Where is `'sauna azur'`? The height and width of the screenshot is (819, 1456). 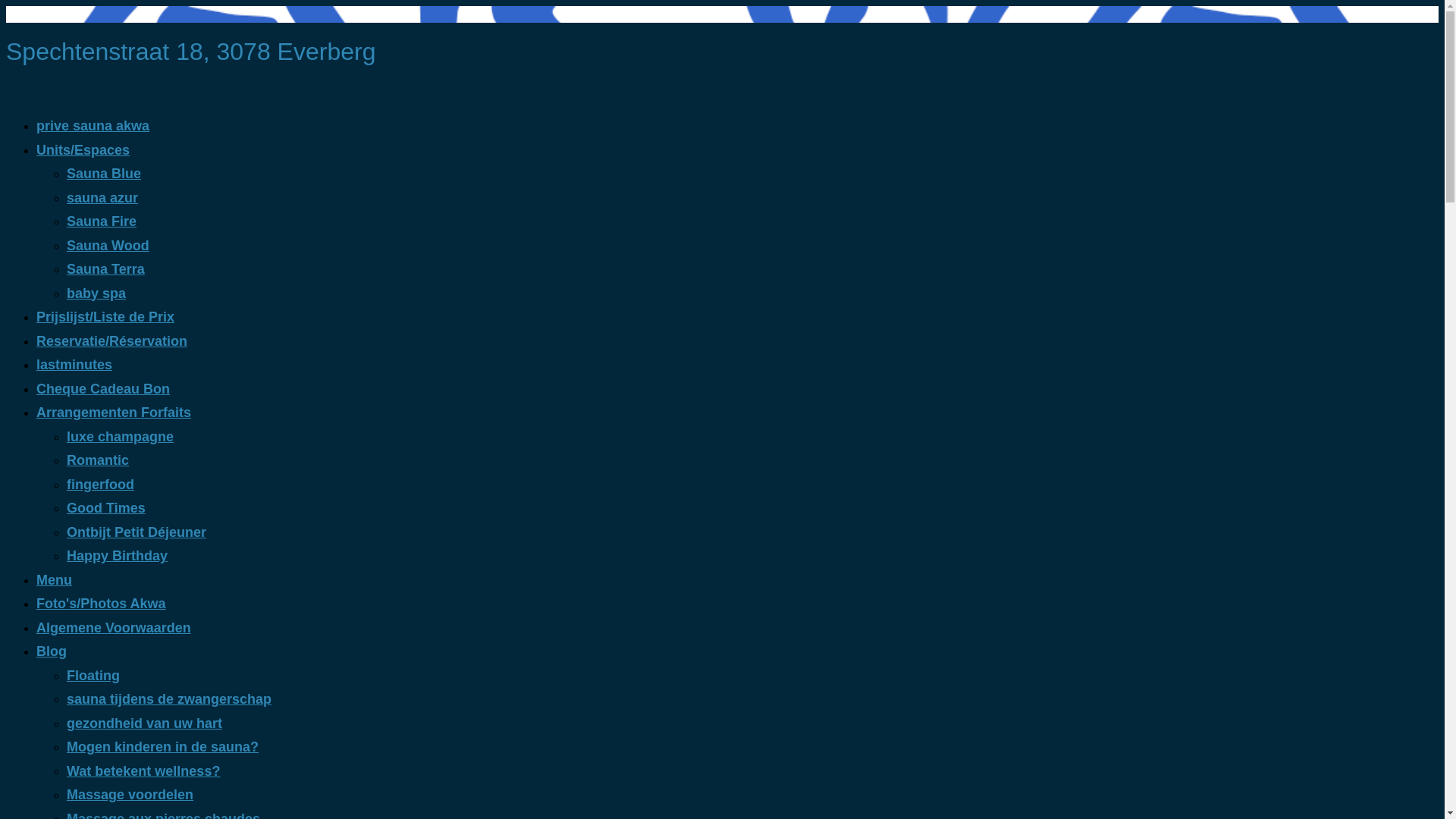 'sauna azur' is located at coordinates (101, 197).